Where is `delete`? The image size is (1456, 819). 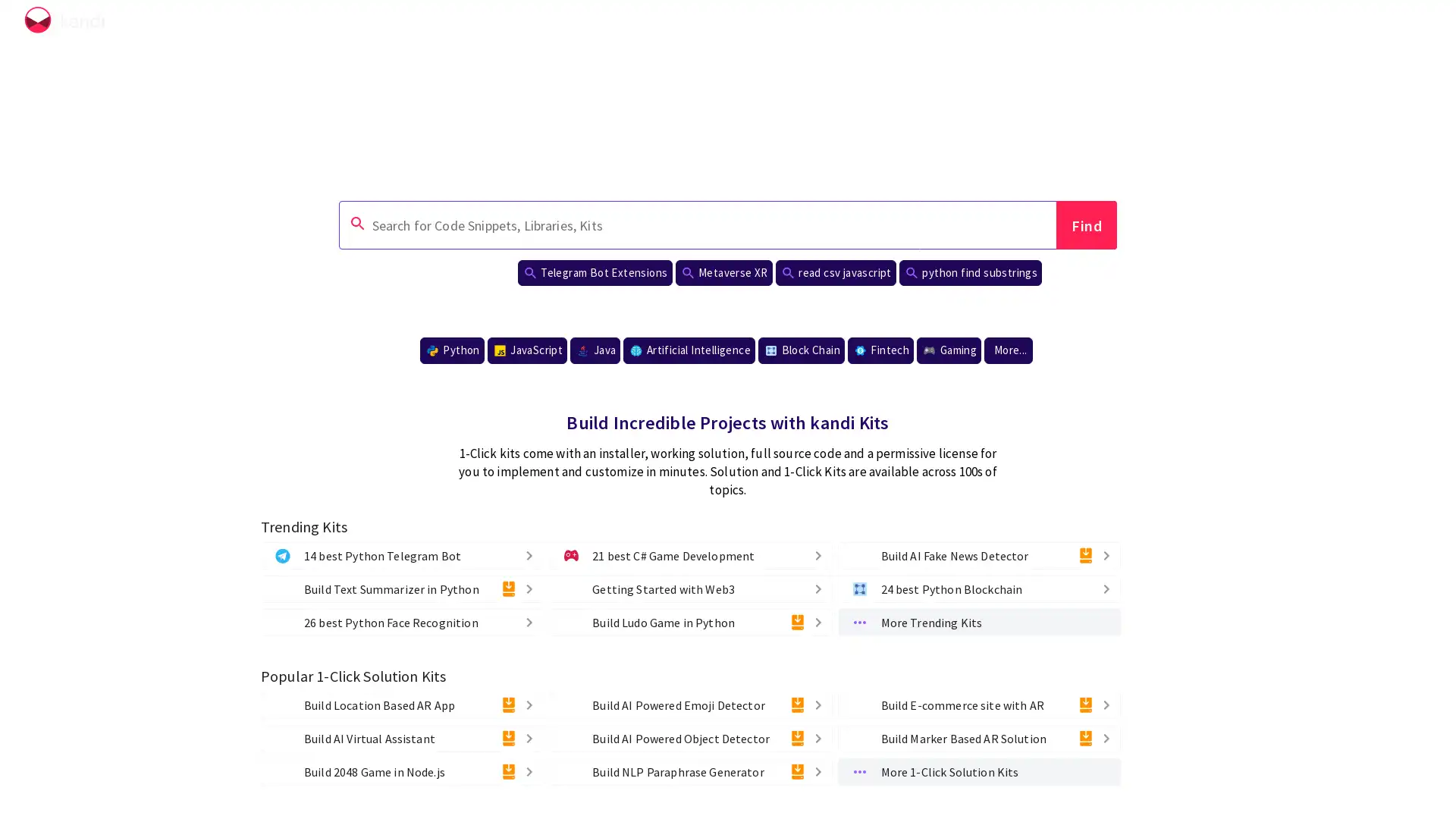 delete is located at coordinates (1084, 736).